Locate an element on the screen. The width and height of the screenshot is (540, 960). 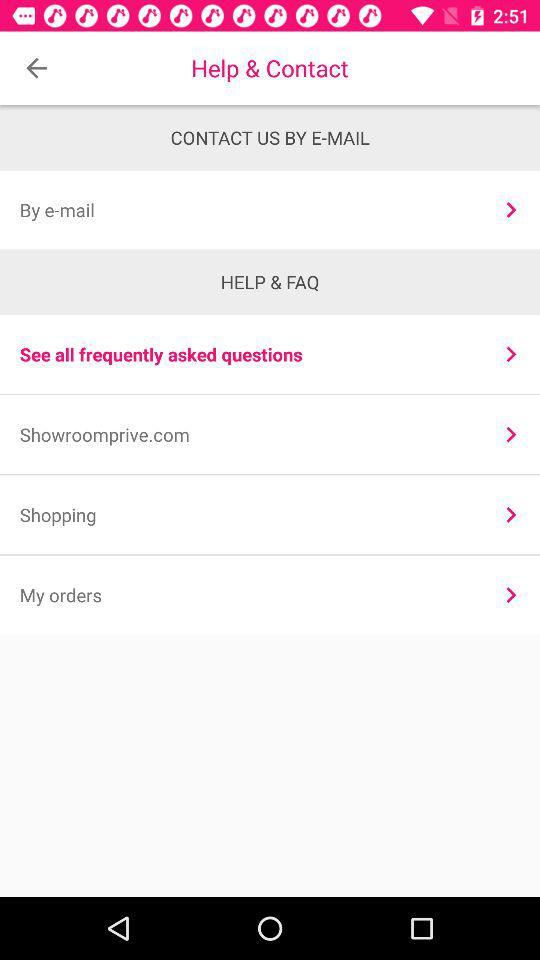
item below the shopping icon is located at coordinates (511, 595).